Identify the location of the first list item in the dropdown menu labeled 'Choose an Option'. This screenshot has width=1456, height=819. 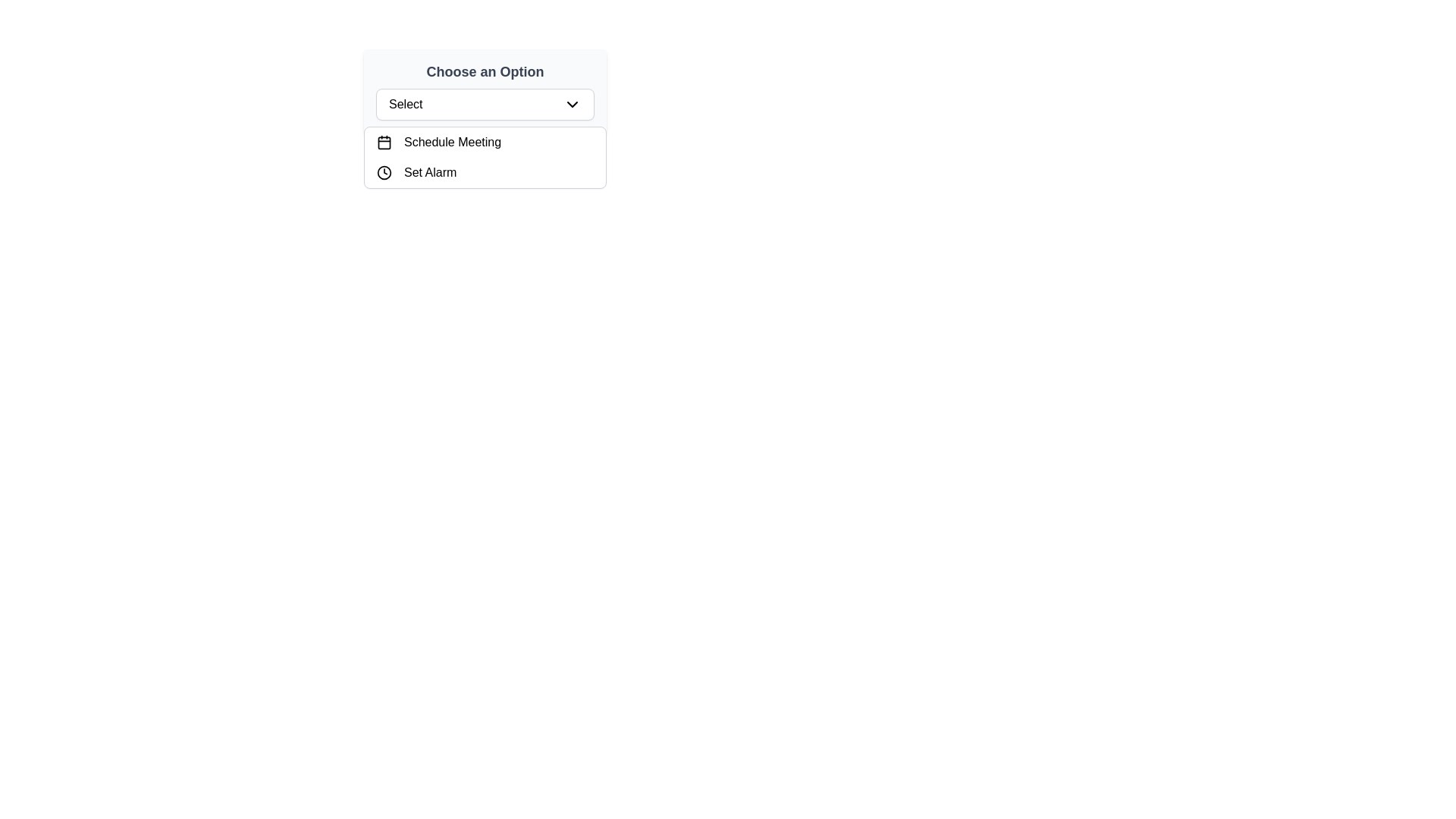
(484, 143).